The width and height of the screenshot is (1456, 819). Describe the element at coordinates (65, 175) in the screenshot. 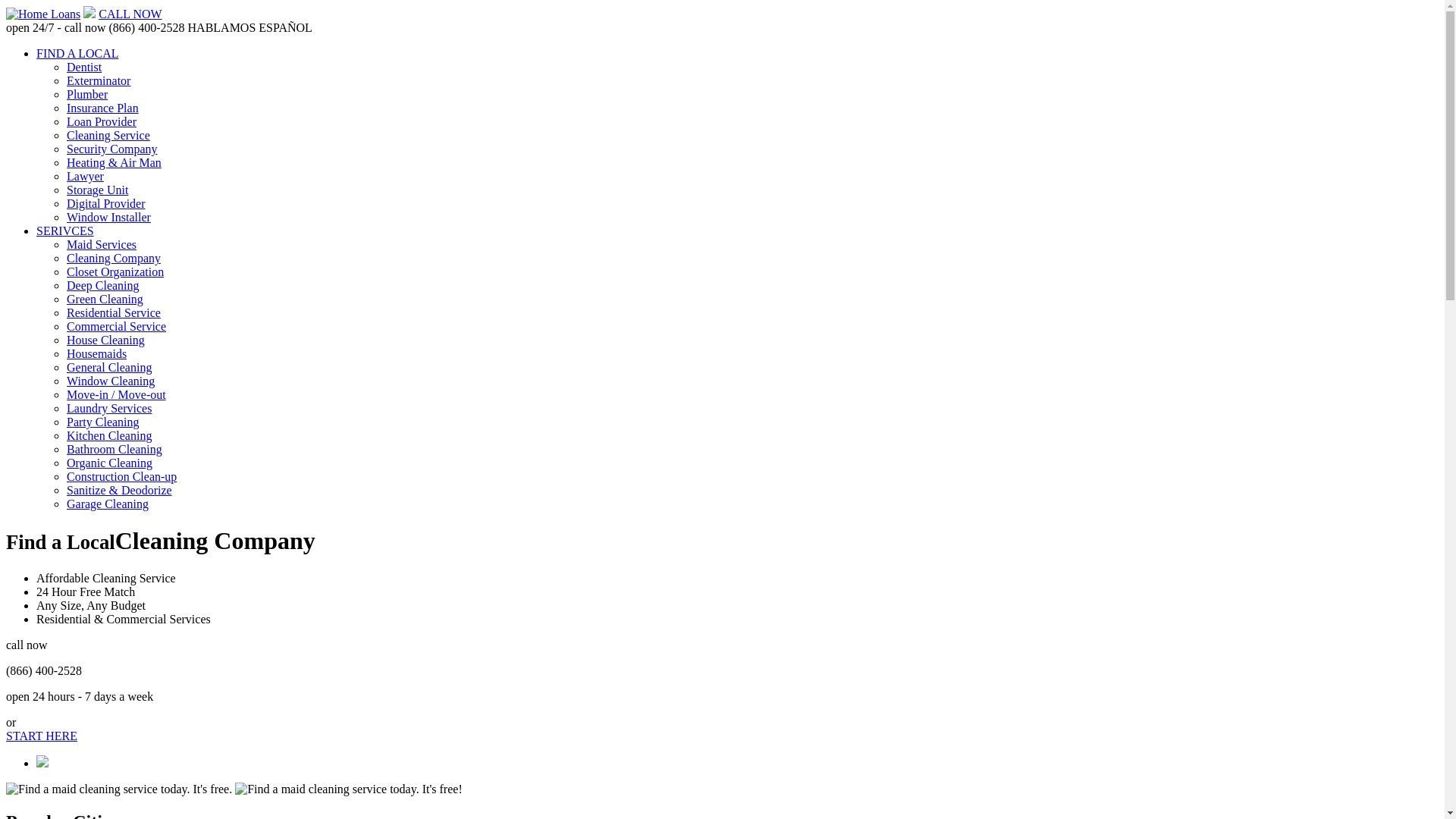

I see `'Lawyer'` at that location.